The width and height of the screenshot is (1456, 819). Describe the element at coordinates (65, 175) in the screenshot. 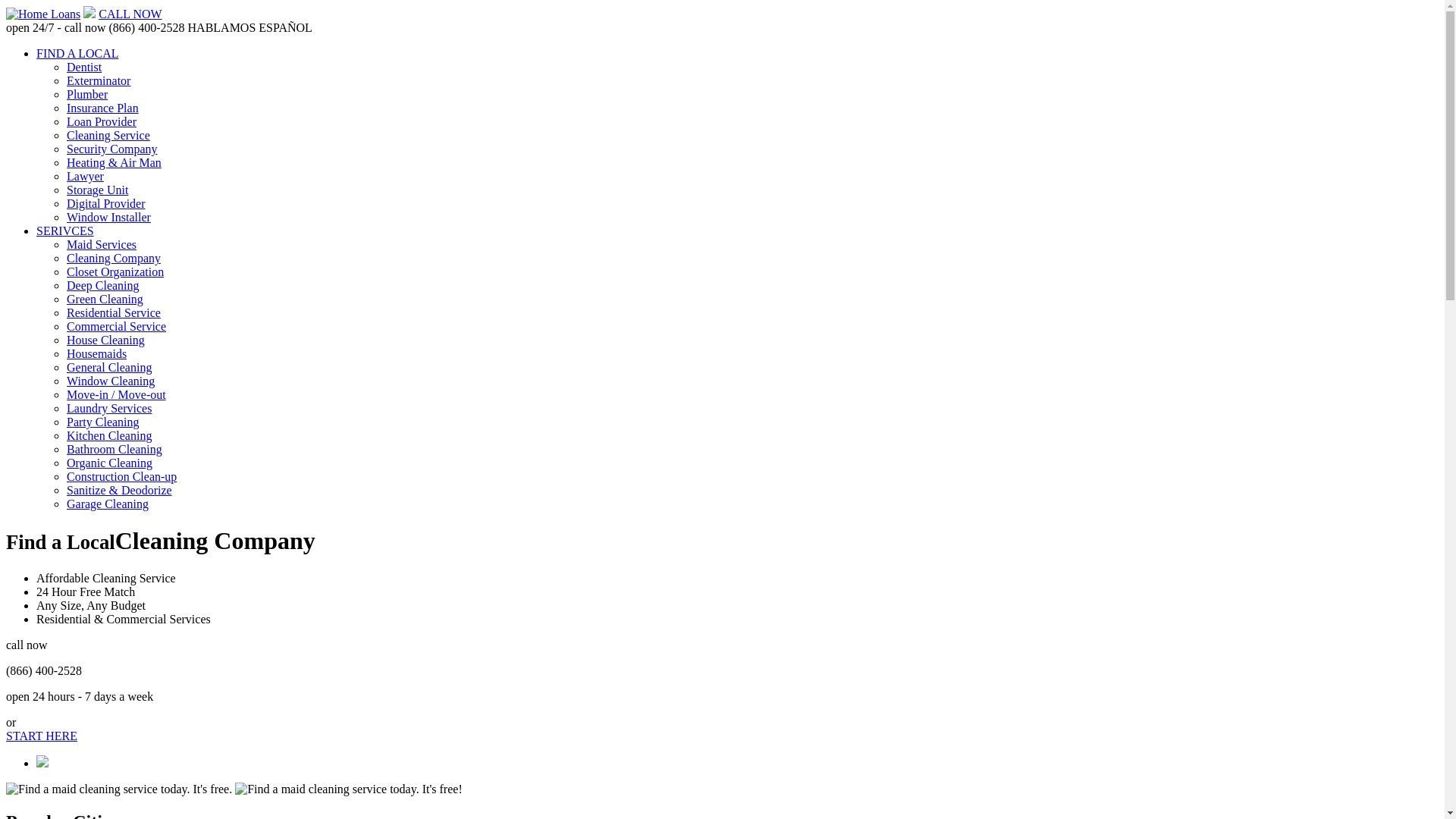

I see `'Lawyer'` at that location.